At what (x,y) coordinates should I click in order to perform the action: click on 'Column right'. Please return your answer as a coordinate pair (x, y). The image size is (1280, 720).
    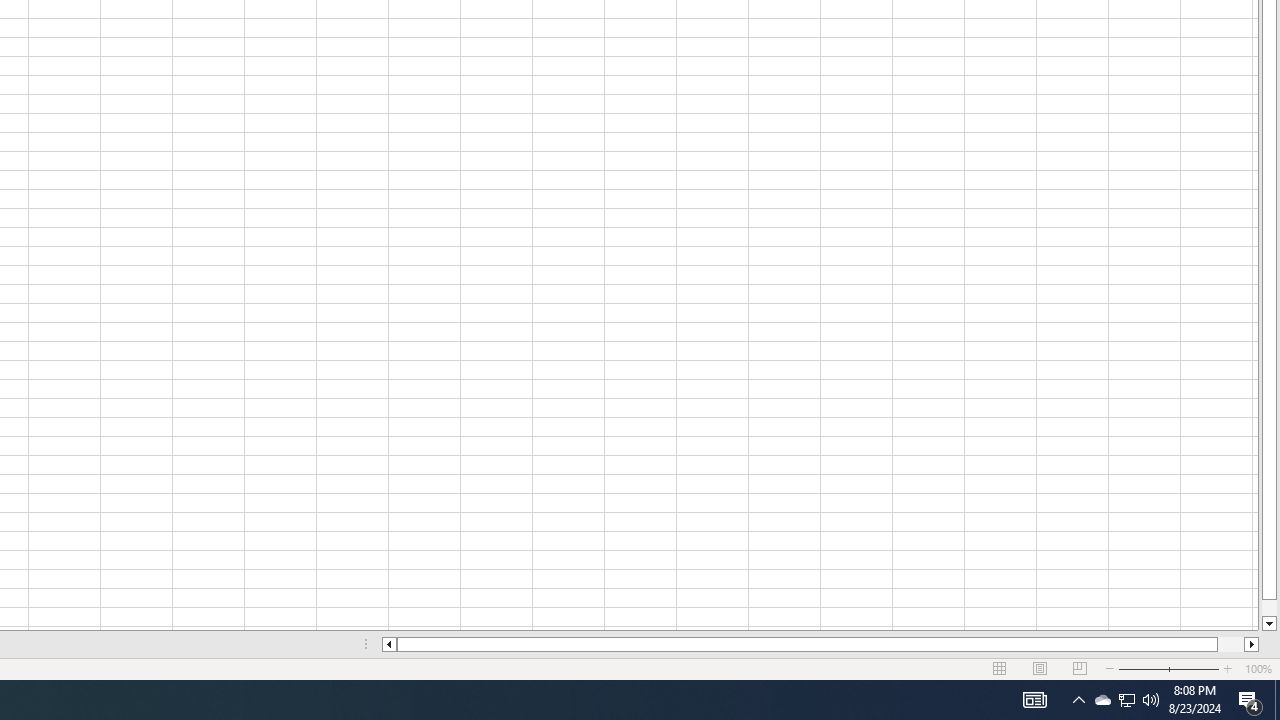
    Looking at the image, I should click on (1251, 644).